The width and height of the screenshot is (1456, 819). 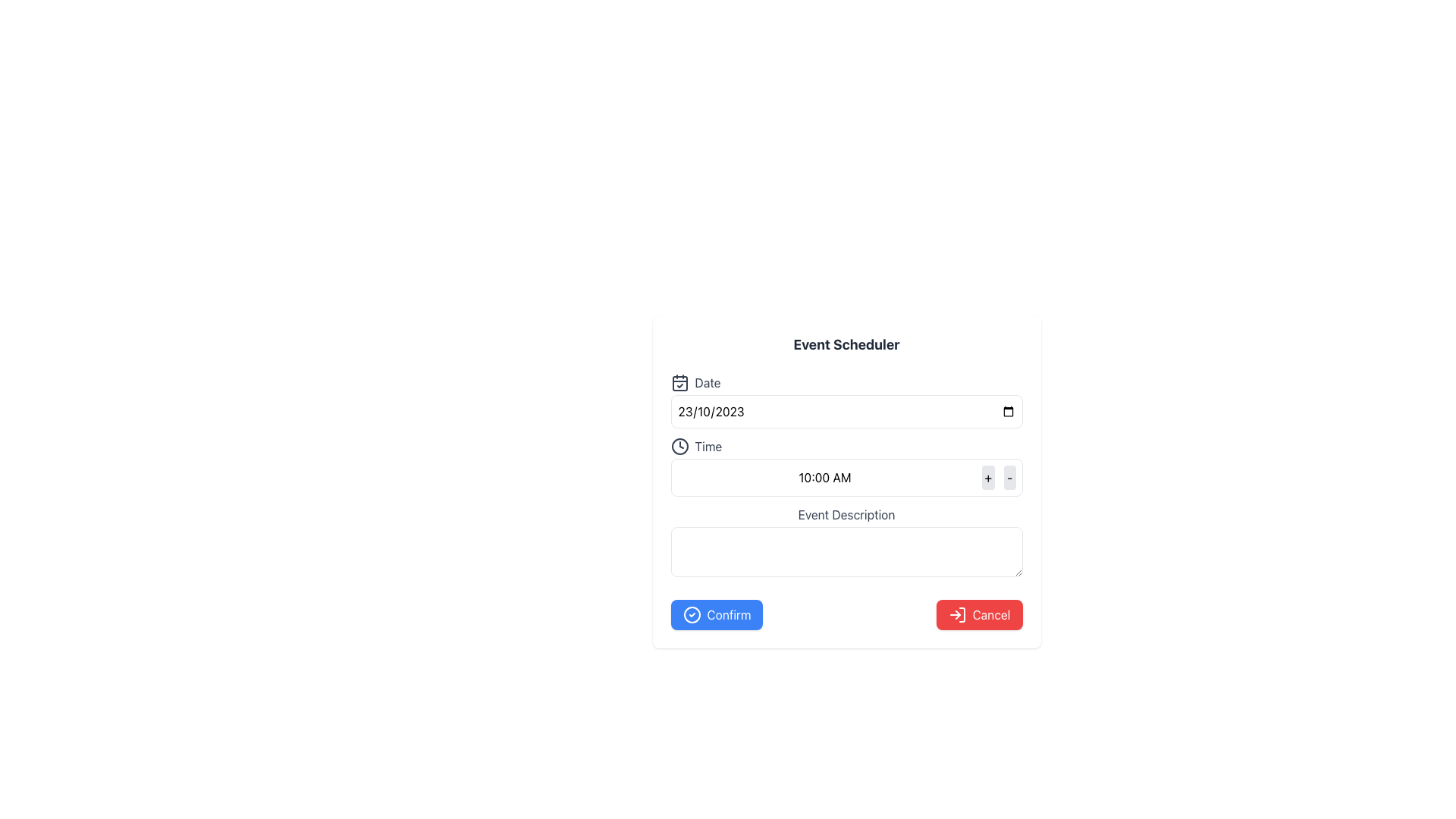 What do you see at coordinates (679, 382) in the screenshot?
I see `the calendar-check icon in the Event Scheduler card, which is located adjacent to the text 'Date'` at bounding box center [679, 382].